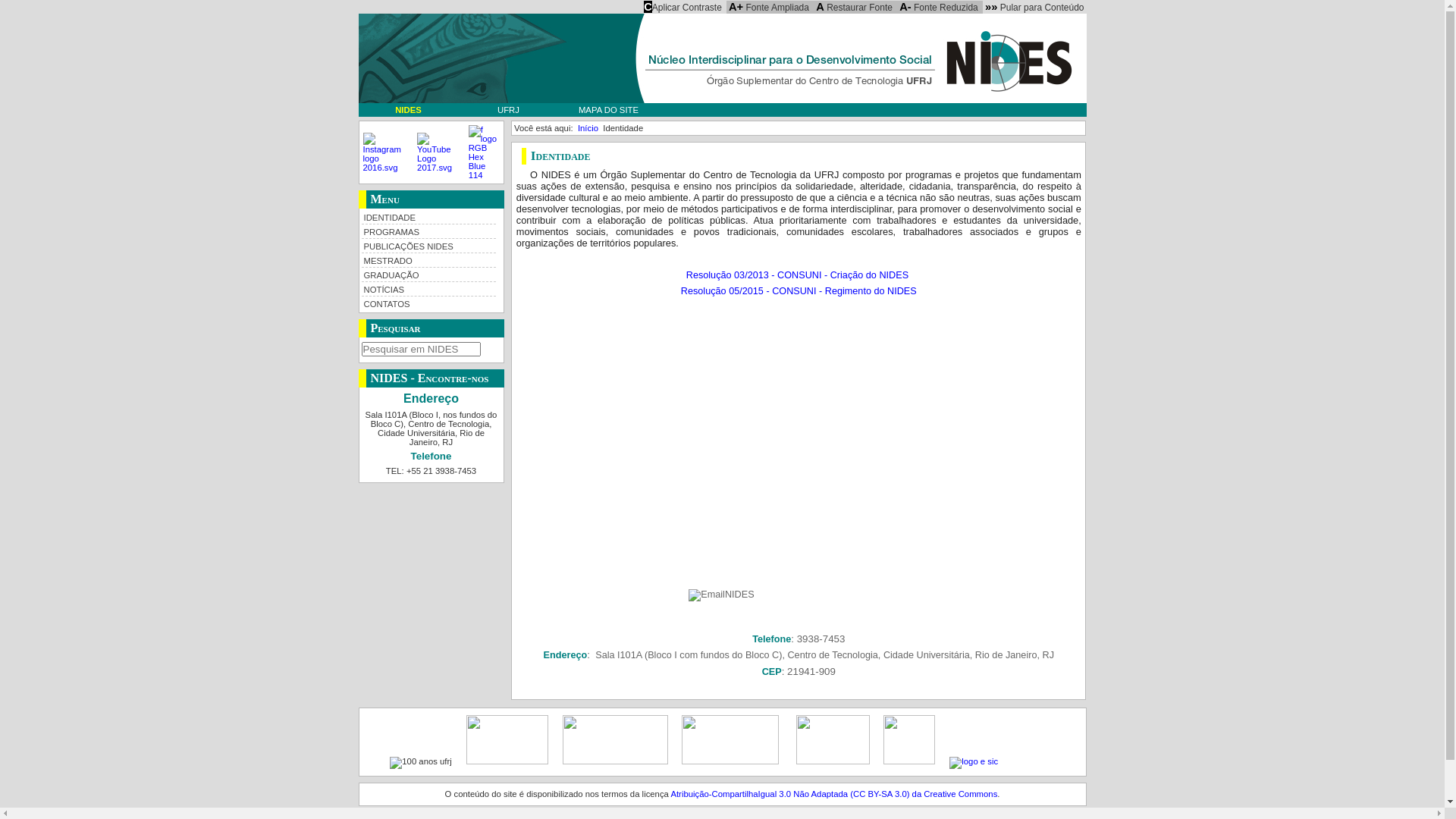 The image size is (1456, 819). I want to click on 'YouTube video player', so click(585, 436).